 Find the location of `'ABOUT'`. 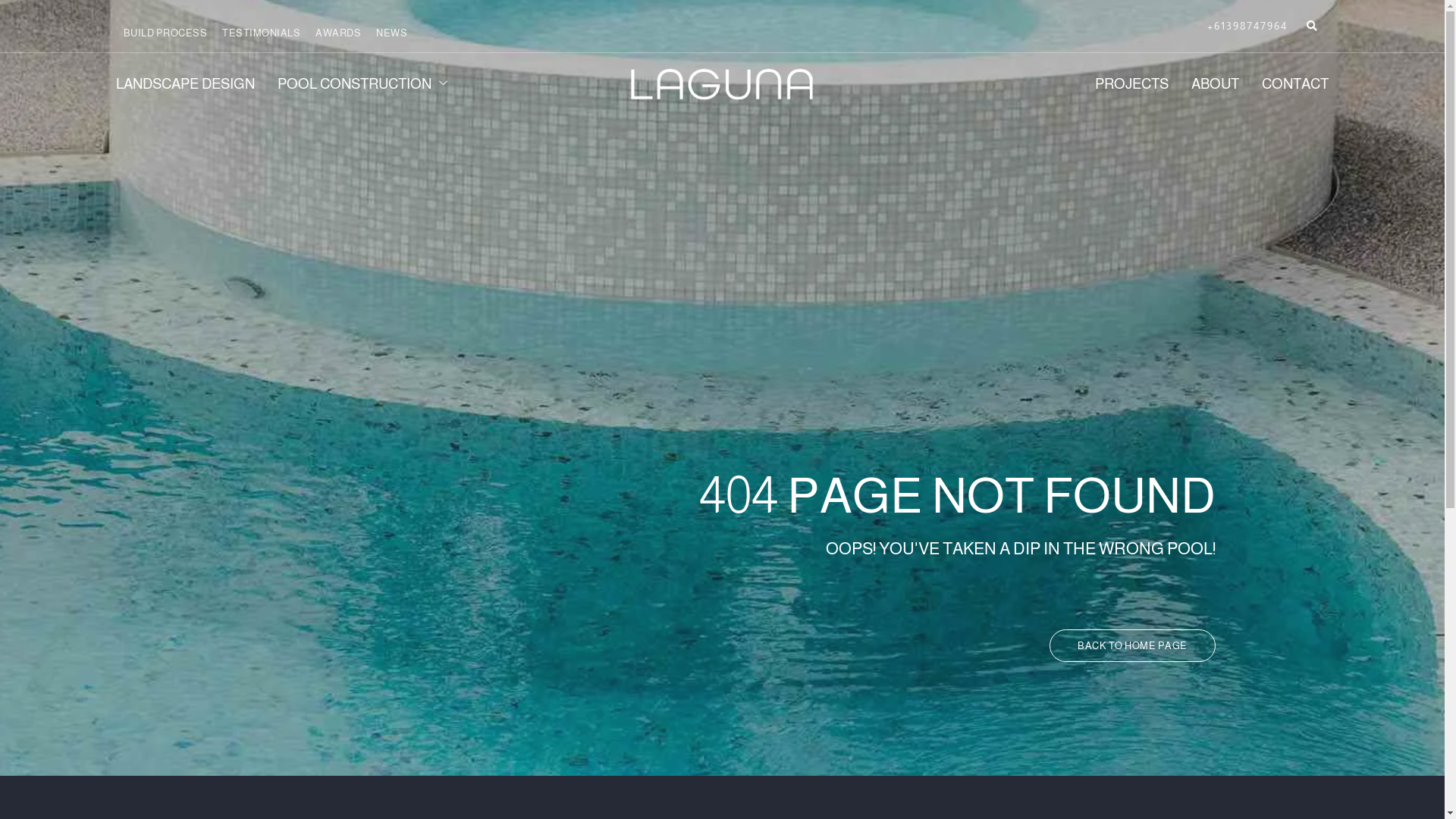

'ABOUT' is located at coordinates (1203, 84).